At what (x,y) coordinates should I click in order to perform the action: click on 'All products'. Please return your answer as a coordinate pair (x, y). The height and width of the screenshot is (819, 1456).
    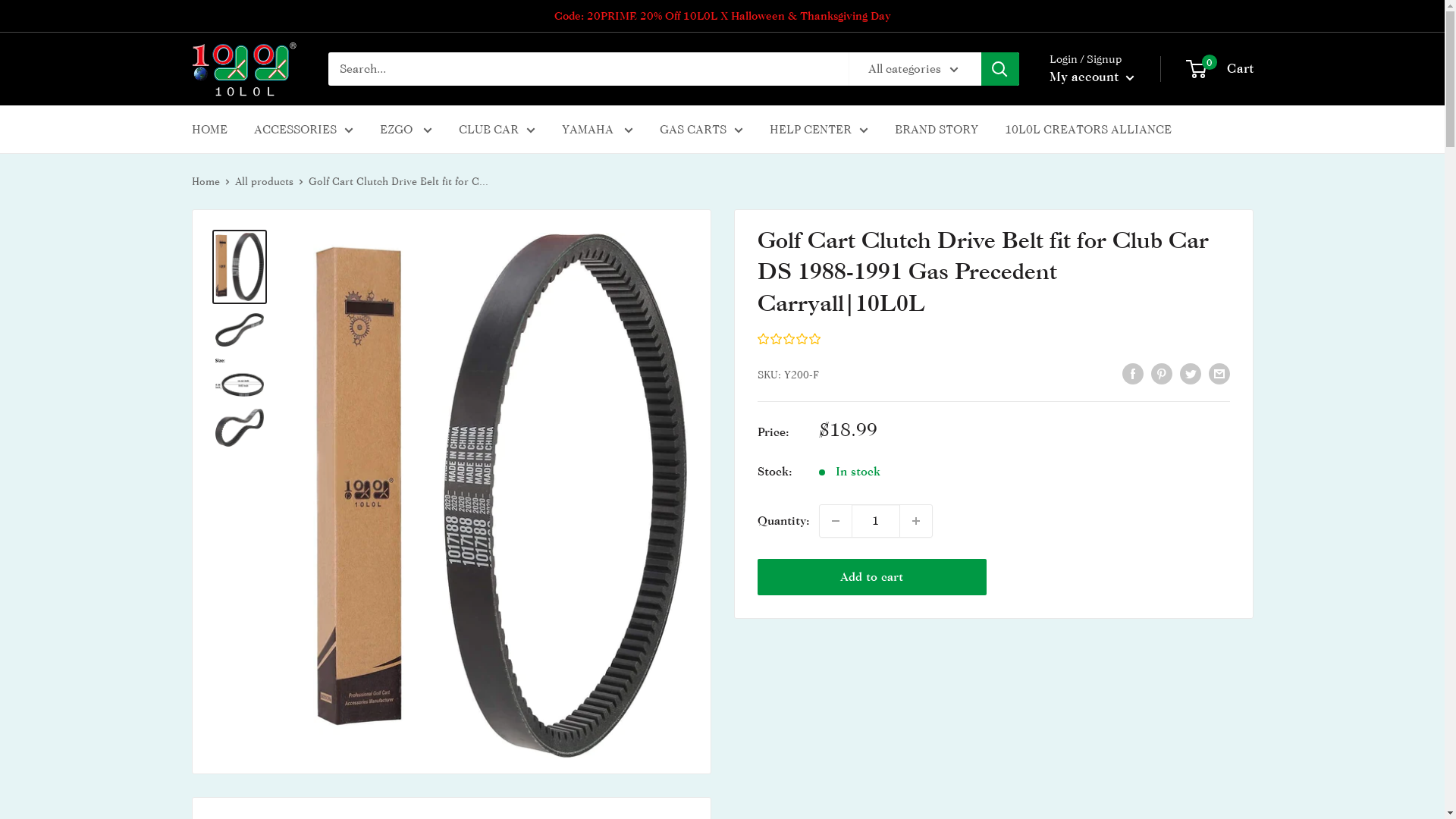
    Looking at the image, I should click on (234, 180).